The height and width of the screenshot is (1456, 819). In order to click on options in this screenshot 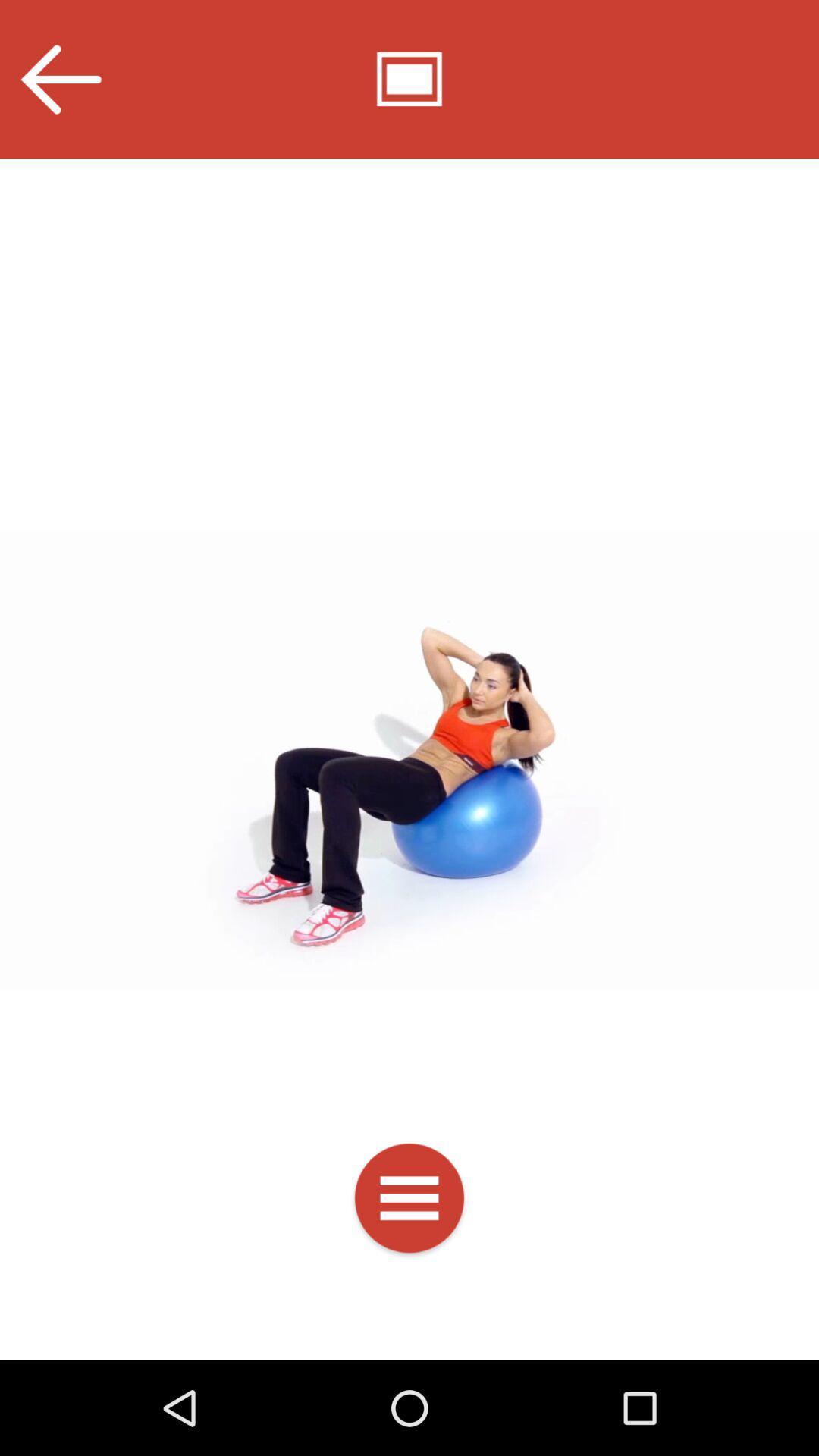, I will do `click(409, 1200)`.